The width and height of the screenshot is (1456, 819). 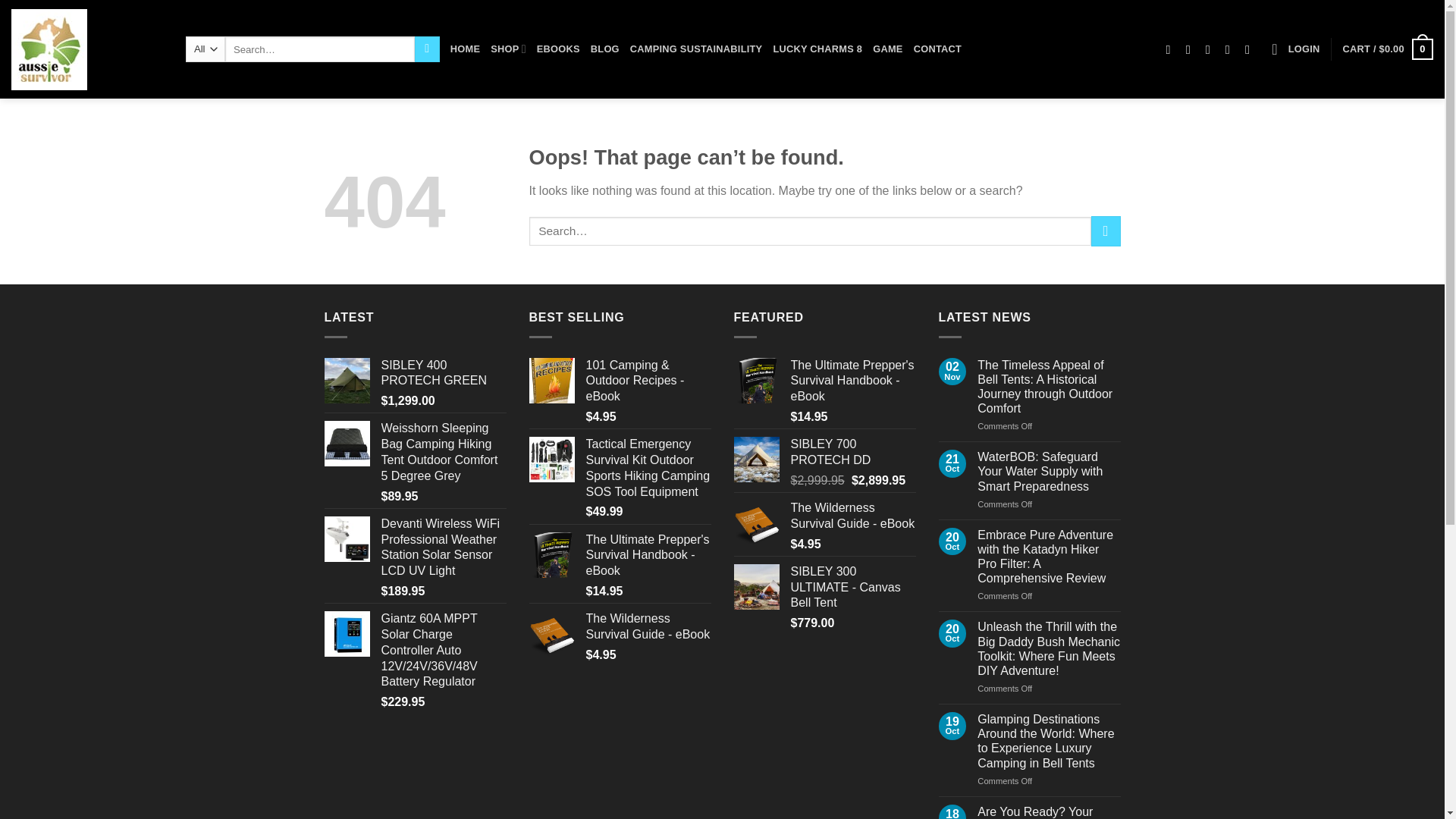 I want to click on 'CART / $0.00, so click(x=1388, y=49).